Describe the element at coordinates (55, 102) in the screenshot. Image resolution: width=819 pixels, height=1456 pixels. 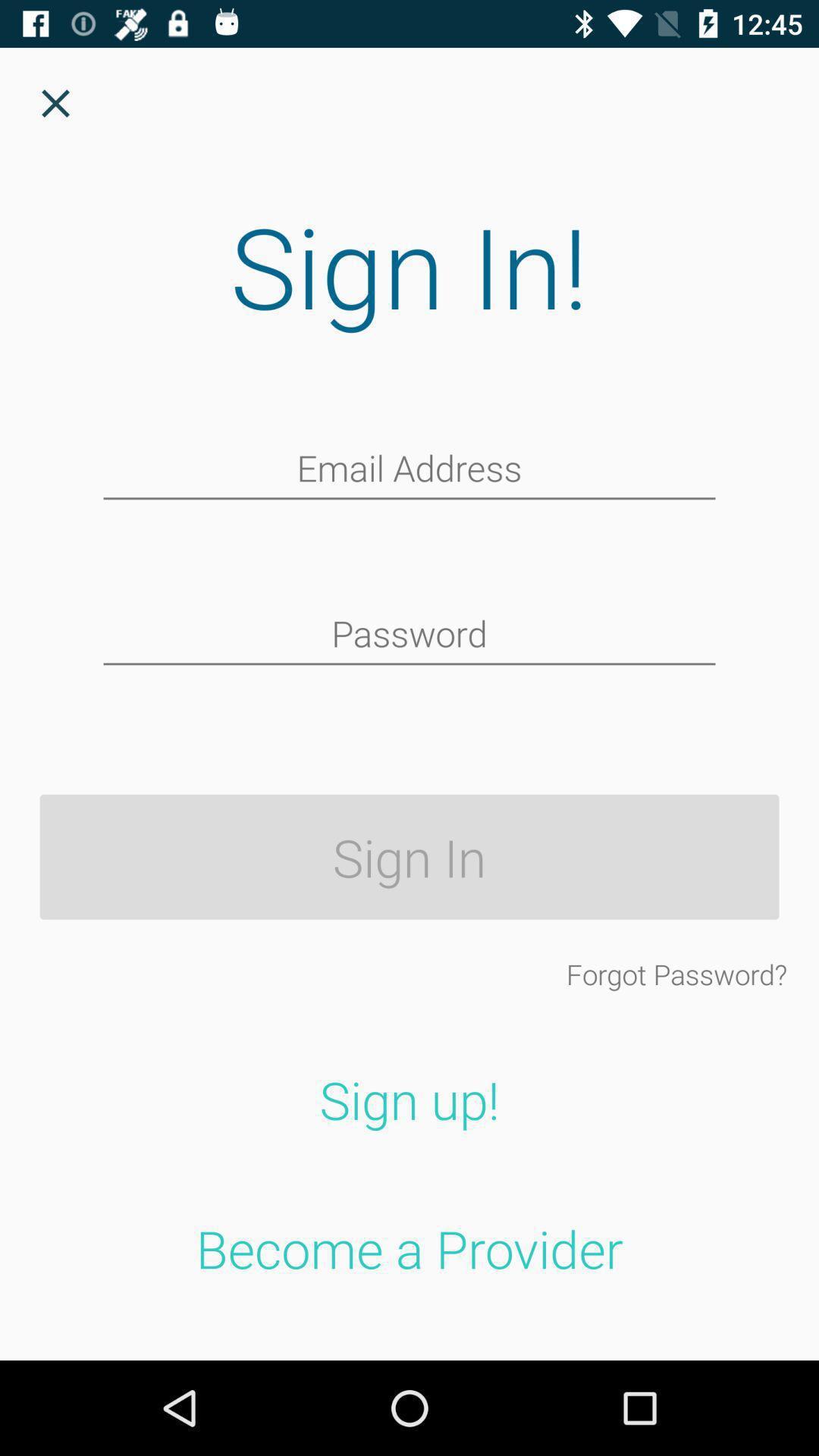
I see `the icon at the top left corner` at that location.